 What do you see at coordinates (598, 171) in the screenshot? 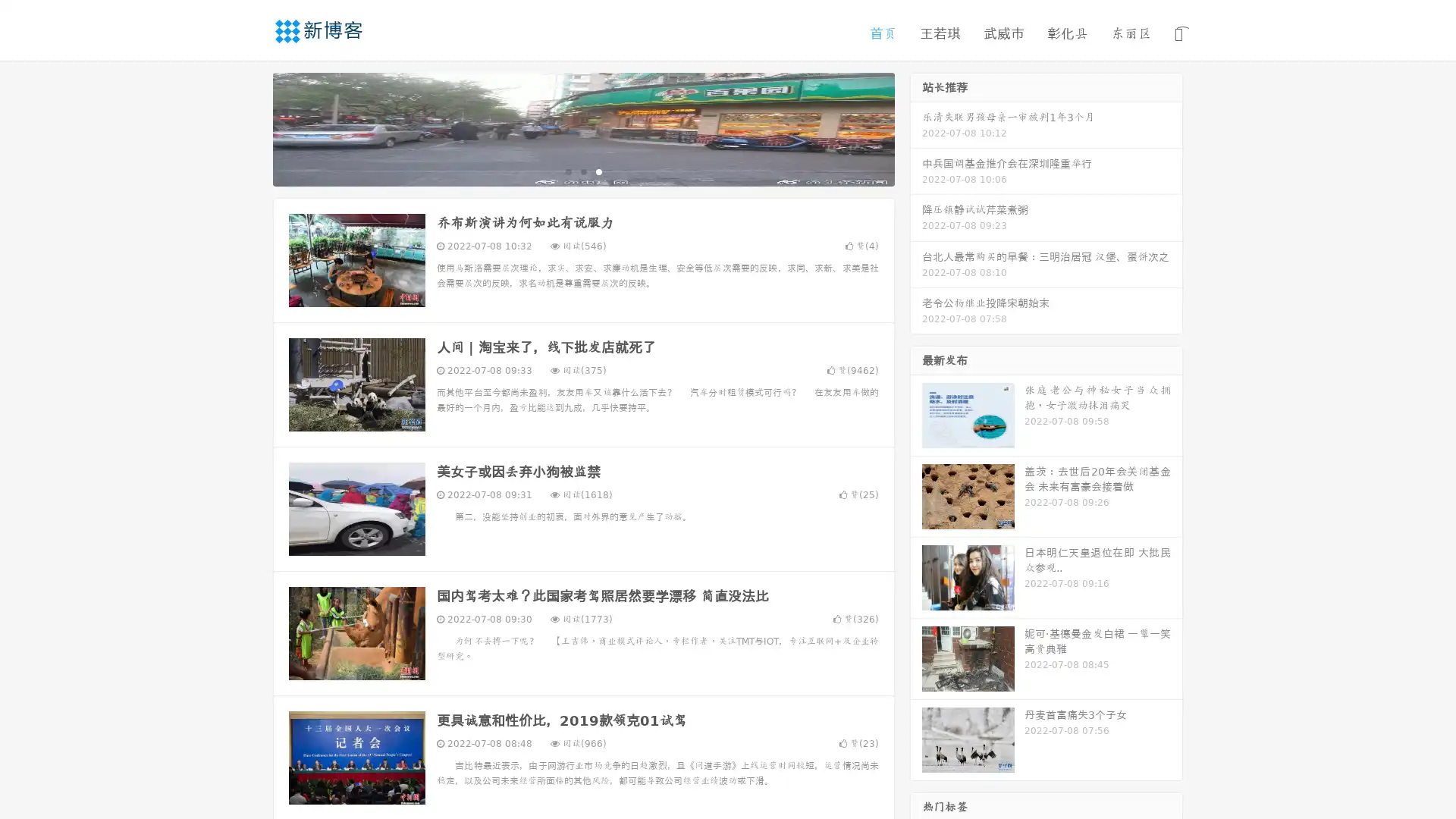
I see `Go to slide 3` at bounding box center [598, 171].